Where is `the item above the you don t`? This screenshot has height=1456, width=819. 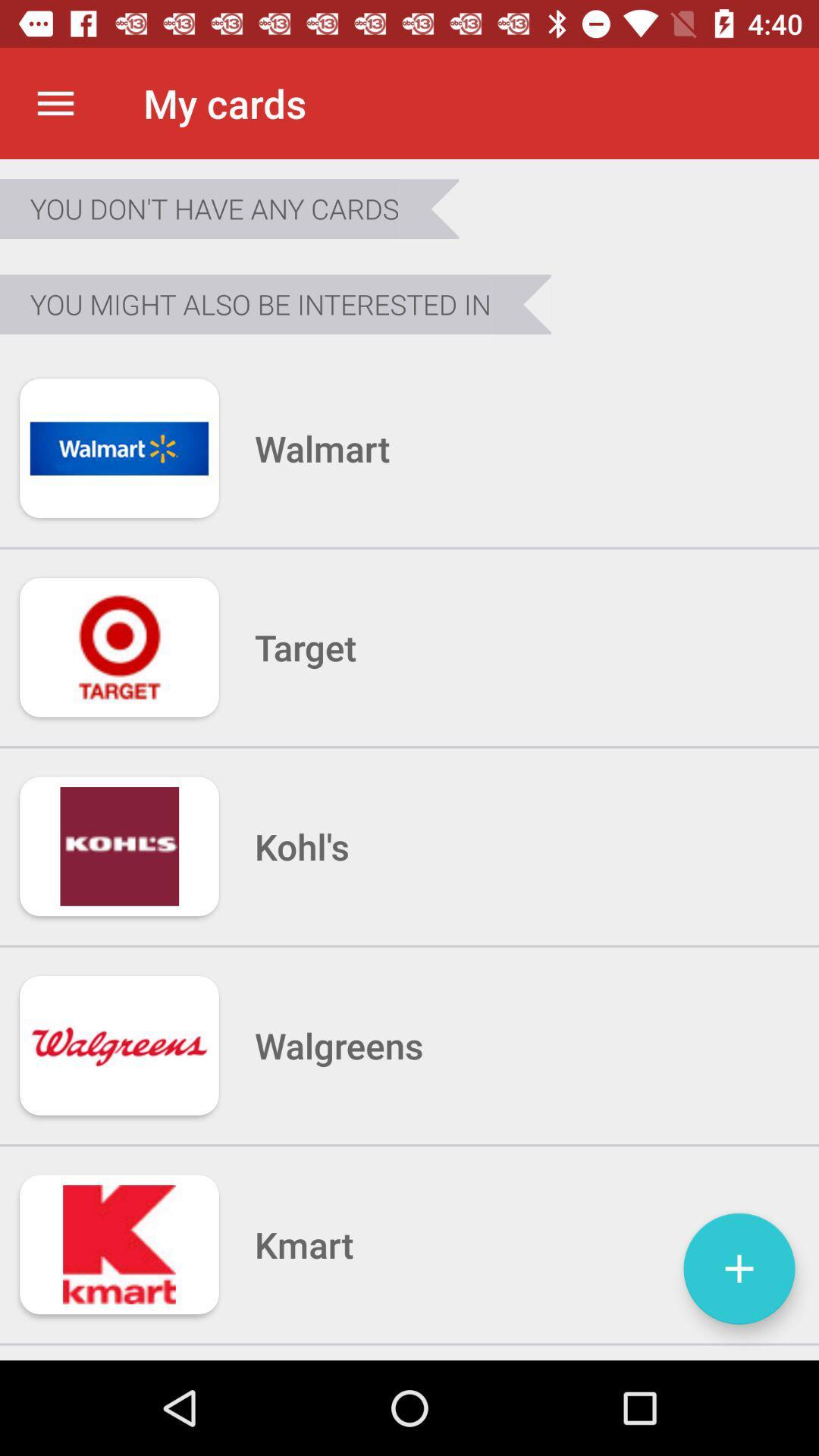 the item above the you don t is located at coordinates (55, 102).